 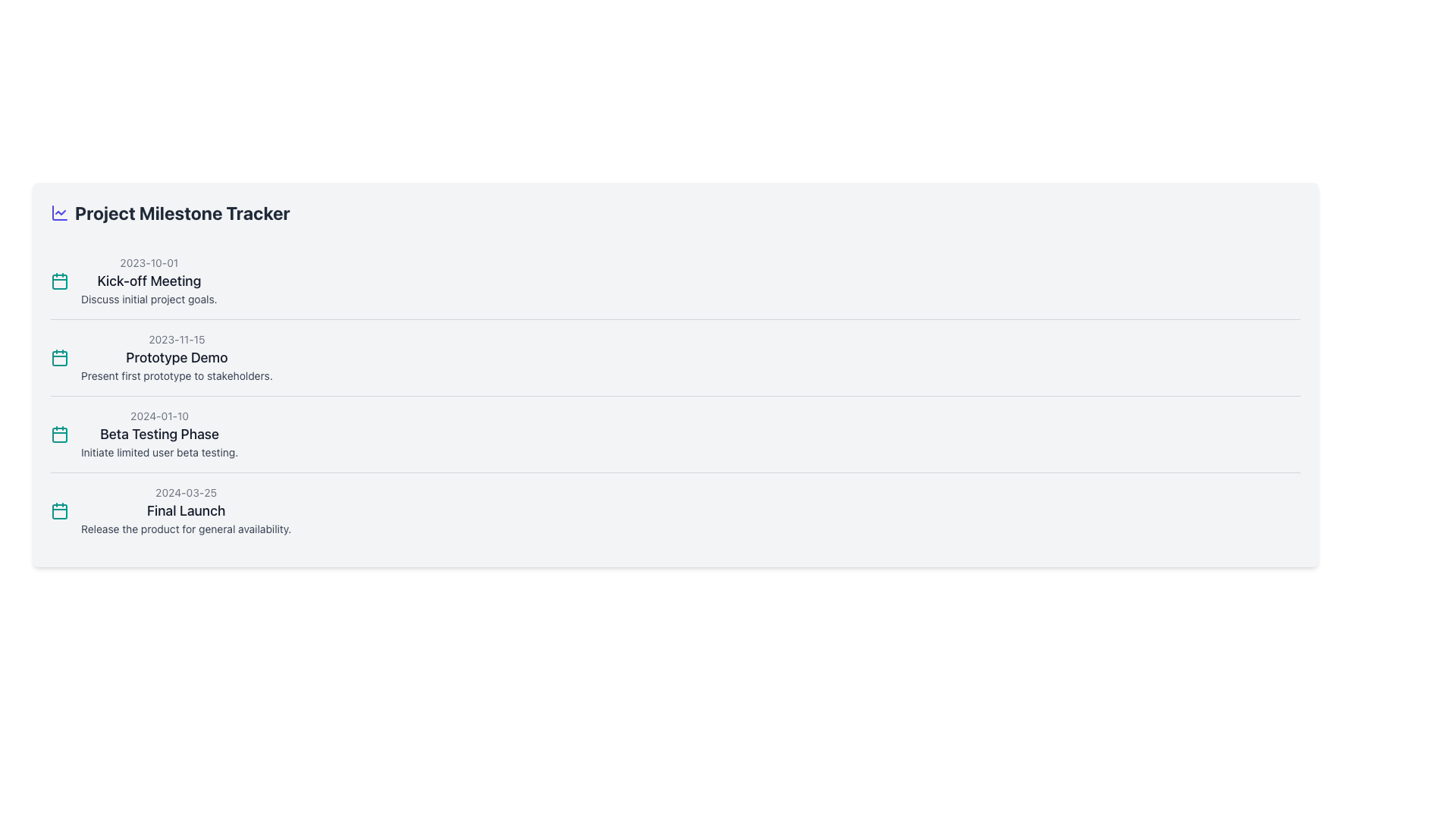 I want to click on the teal calendar icon at the start of the 'Beta Testing Phase' milestone entry, positioned to the left of the date '2024-01-10', so click(x=59, y=435).